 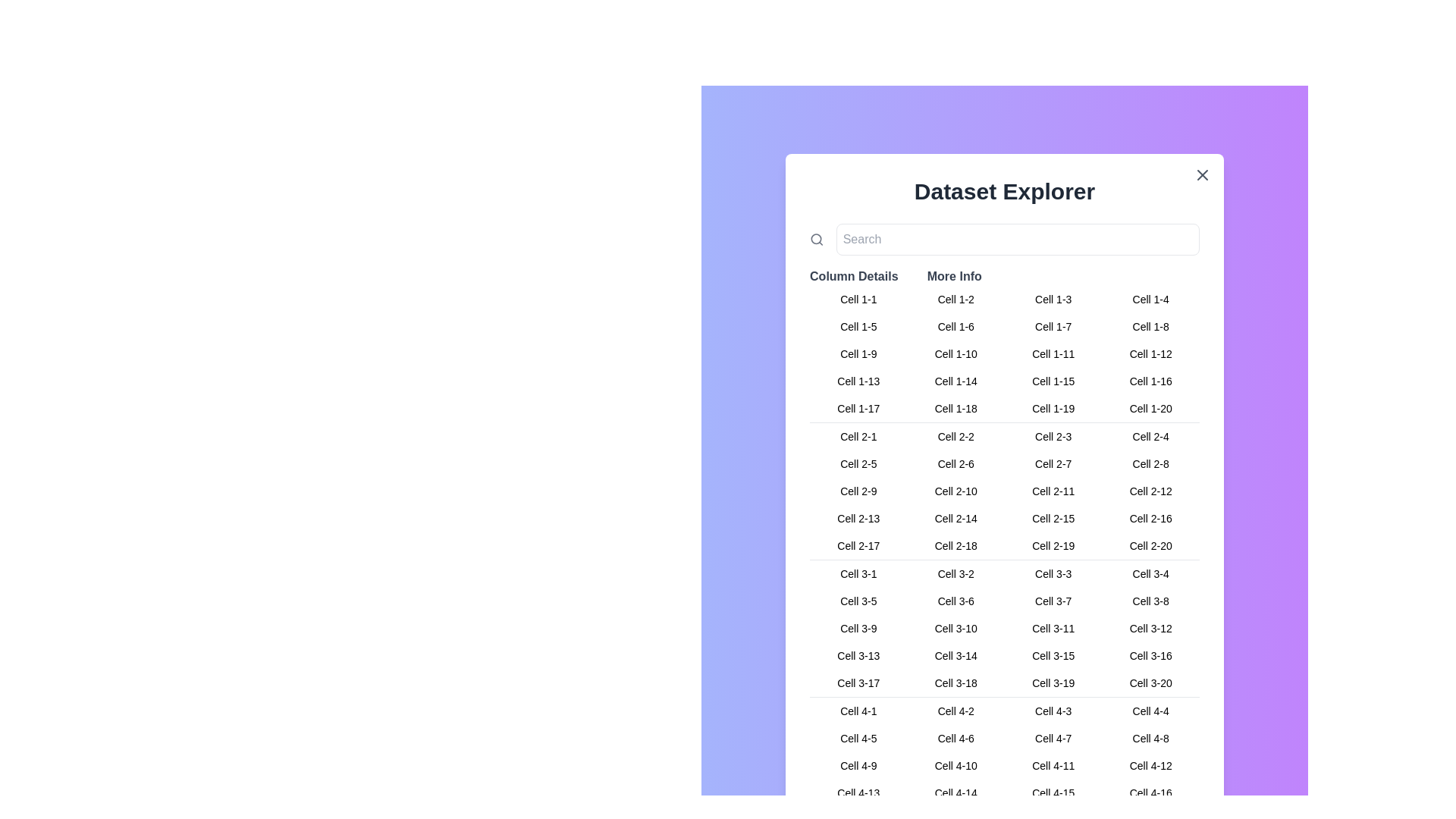 What do you see at coordinates (1018, 239) in the screenshot?
I see `the search input field to focus it` at bounding box center [1018, 239].